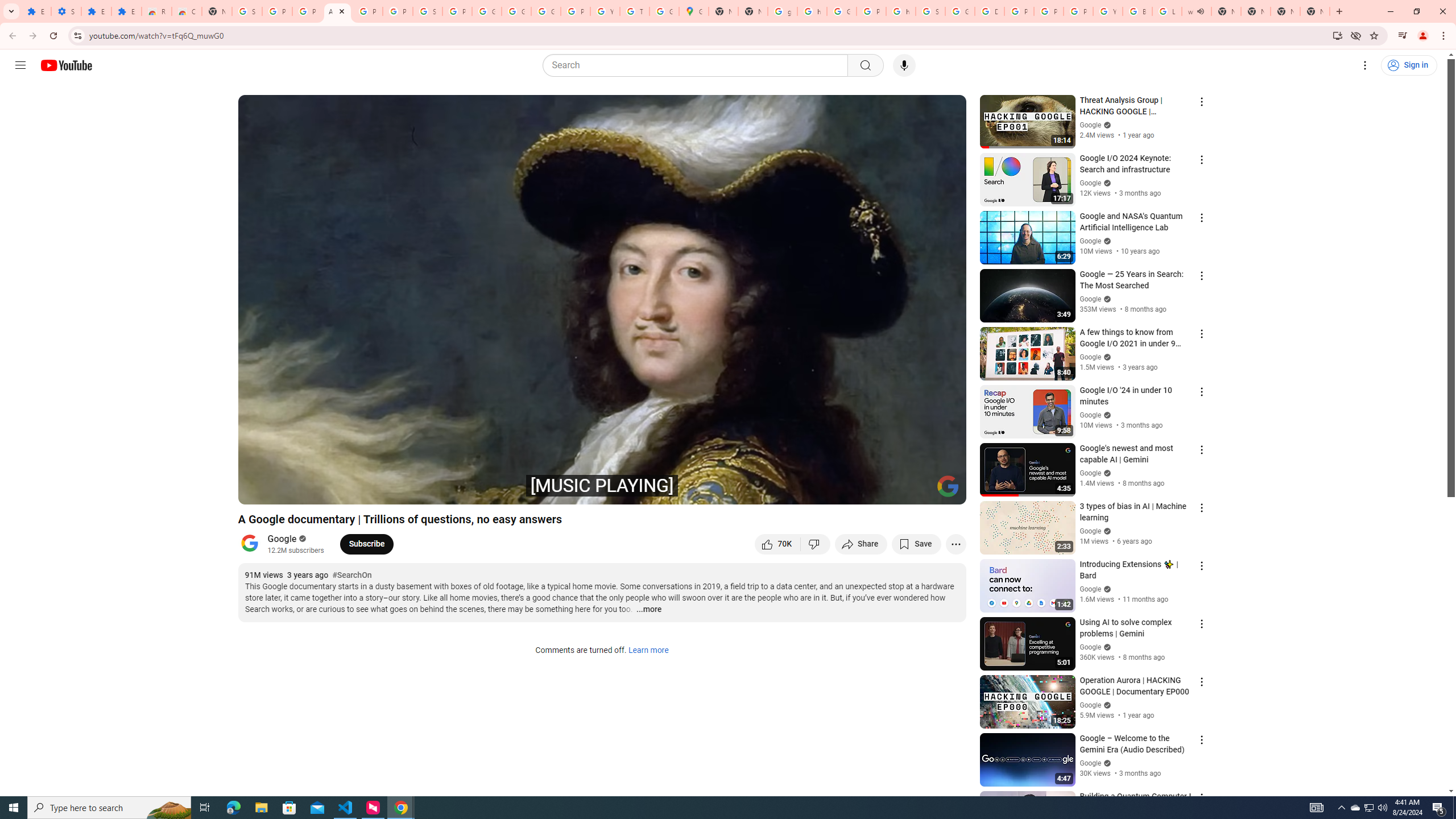  What do you see at coordinates (65, 65) in the screenshot?
I see `'YouTube Home'` at bounding box center [65, 65].